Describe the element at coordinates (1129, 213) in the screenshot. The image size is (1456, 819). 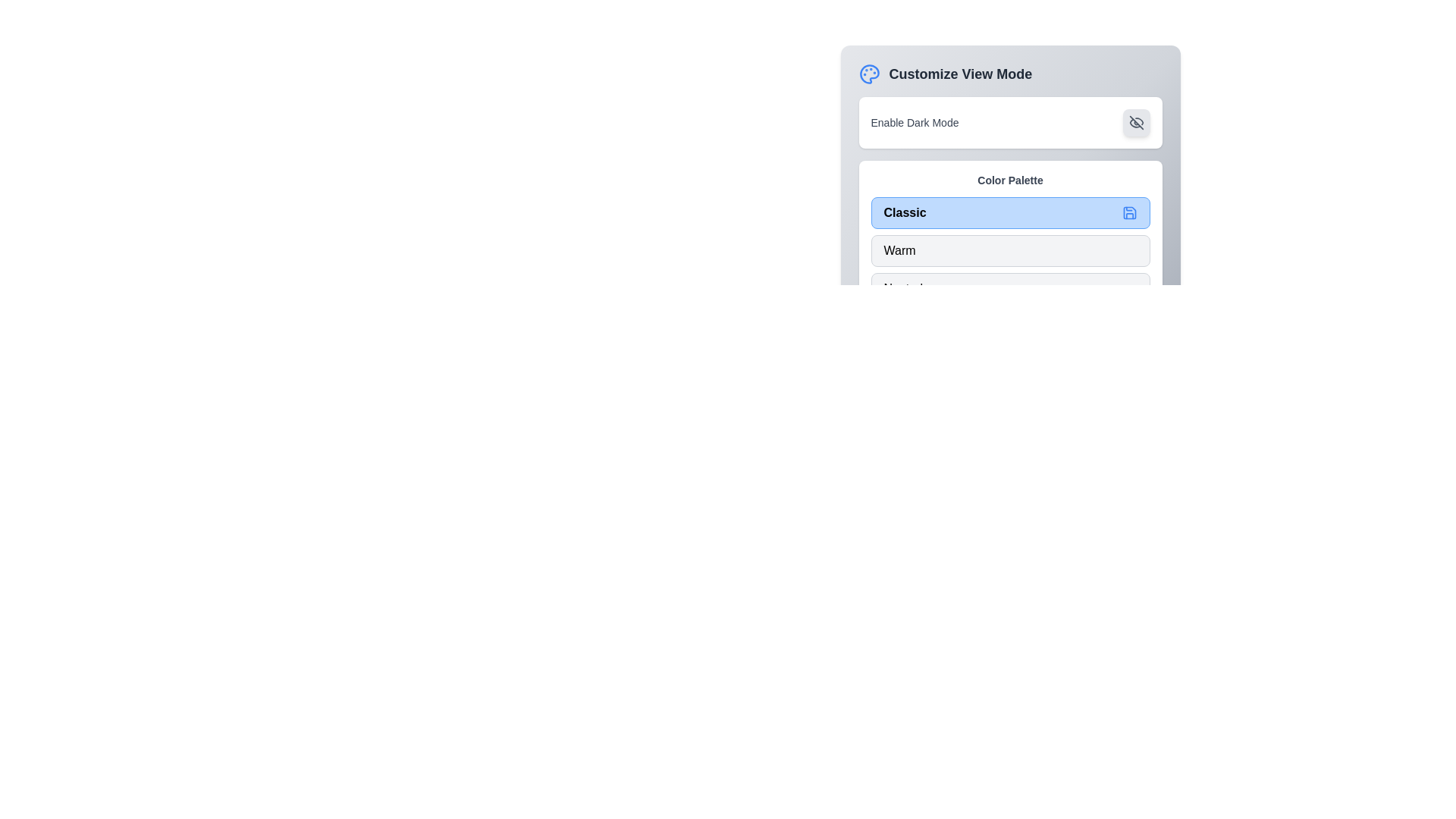
I see `the 'save' icon located to the far right of the 'Classic' button in the 'Color Palette' section` at that location.